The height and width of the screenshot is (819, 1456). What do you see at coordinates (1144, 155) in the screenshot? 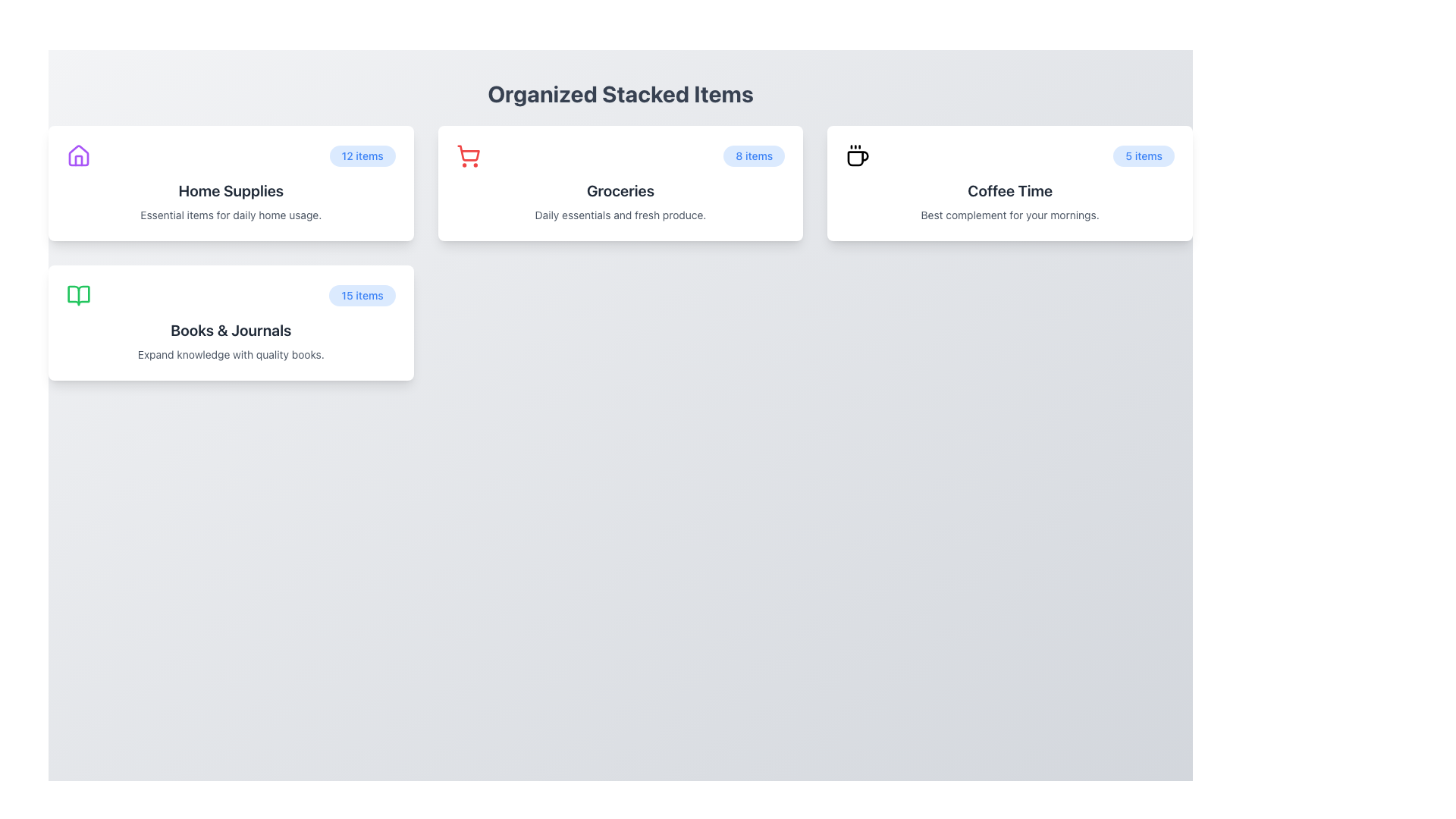
I see `the informational Badge that indicates the count of items related to the 'Coffee Time' card, positioned in the top-right corner of the card` at bounding box center [1144, 155].